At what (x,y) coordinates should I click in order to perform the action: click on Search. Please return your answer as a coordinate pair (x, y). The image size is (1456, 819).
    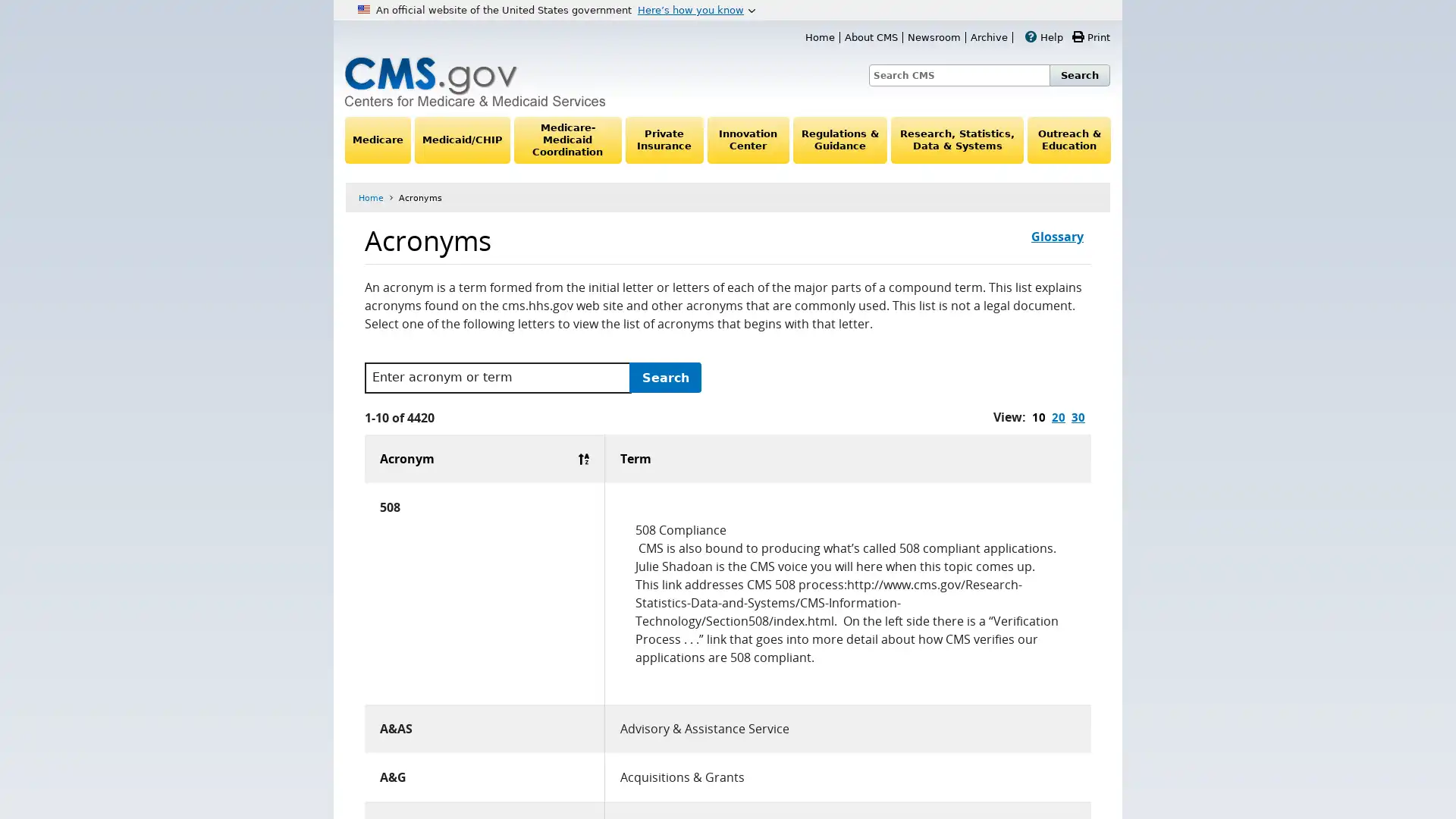
    Looking at the image, I should click on (1079, 75).